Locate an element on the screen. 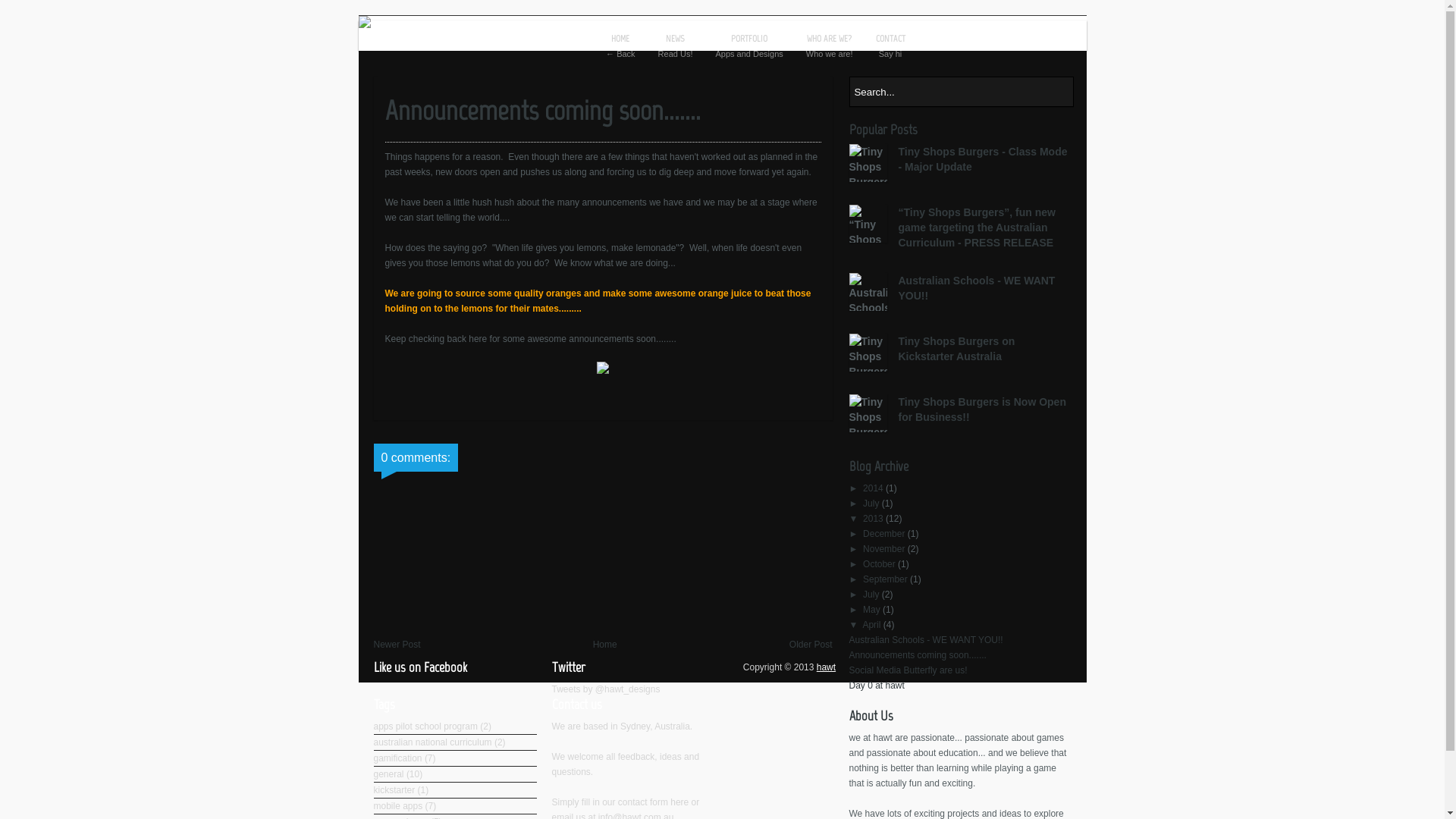 Image resolution: width=1456 pixels, height=819 pixels. 'Tiny Shops Burgers is Now Open for Business!!' is located at coordinates (981, 409).